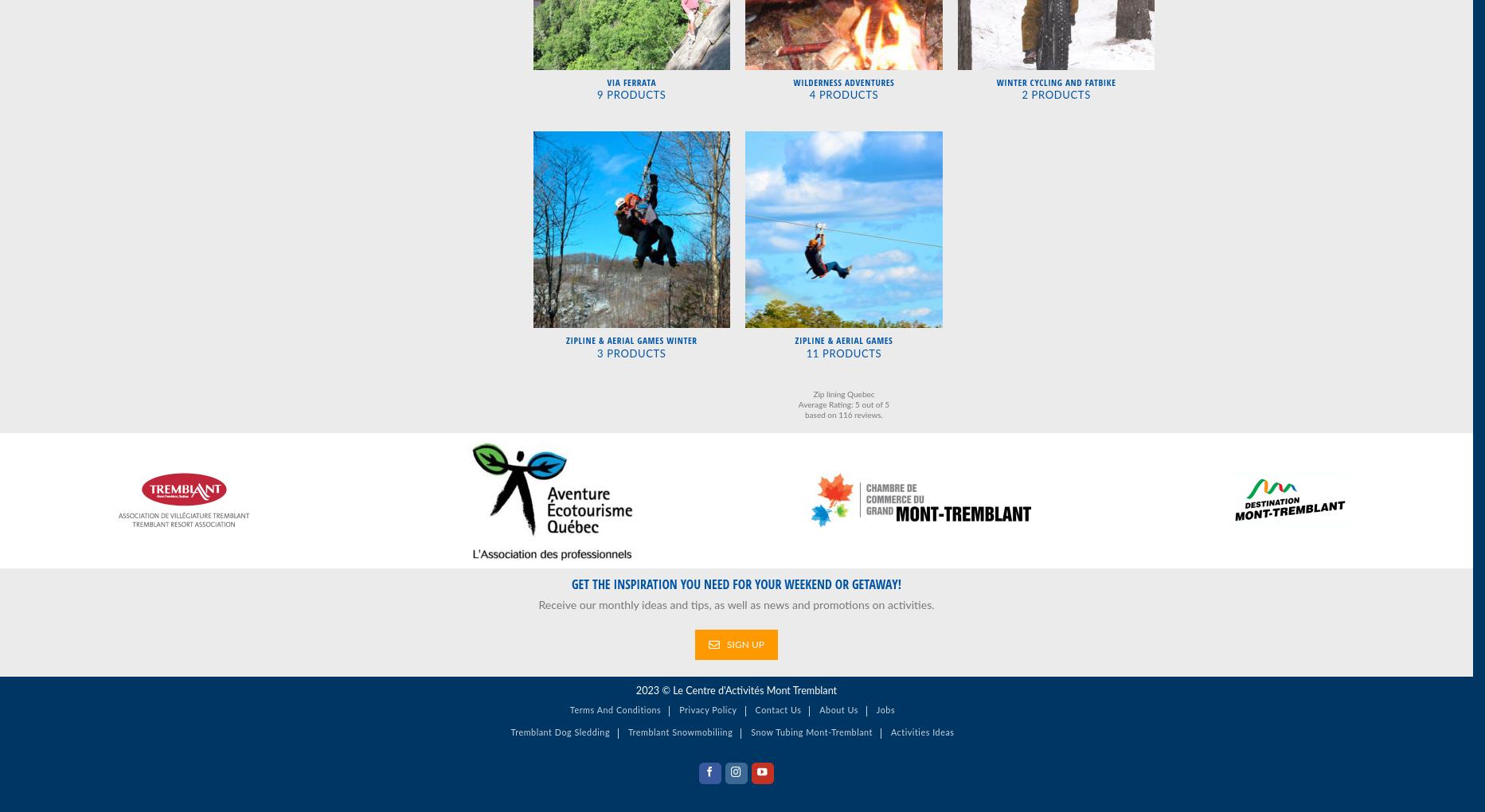 This screenshot has height=812, width=1485. I want to click on 'Tremblant snowmobiliing', so click(679, 732).